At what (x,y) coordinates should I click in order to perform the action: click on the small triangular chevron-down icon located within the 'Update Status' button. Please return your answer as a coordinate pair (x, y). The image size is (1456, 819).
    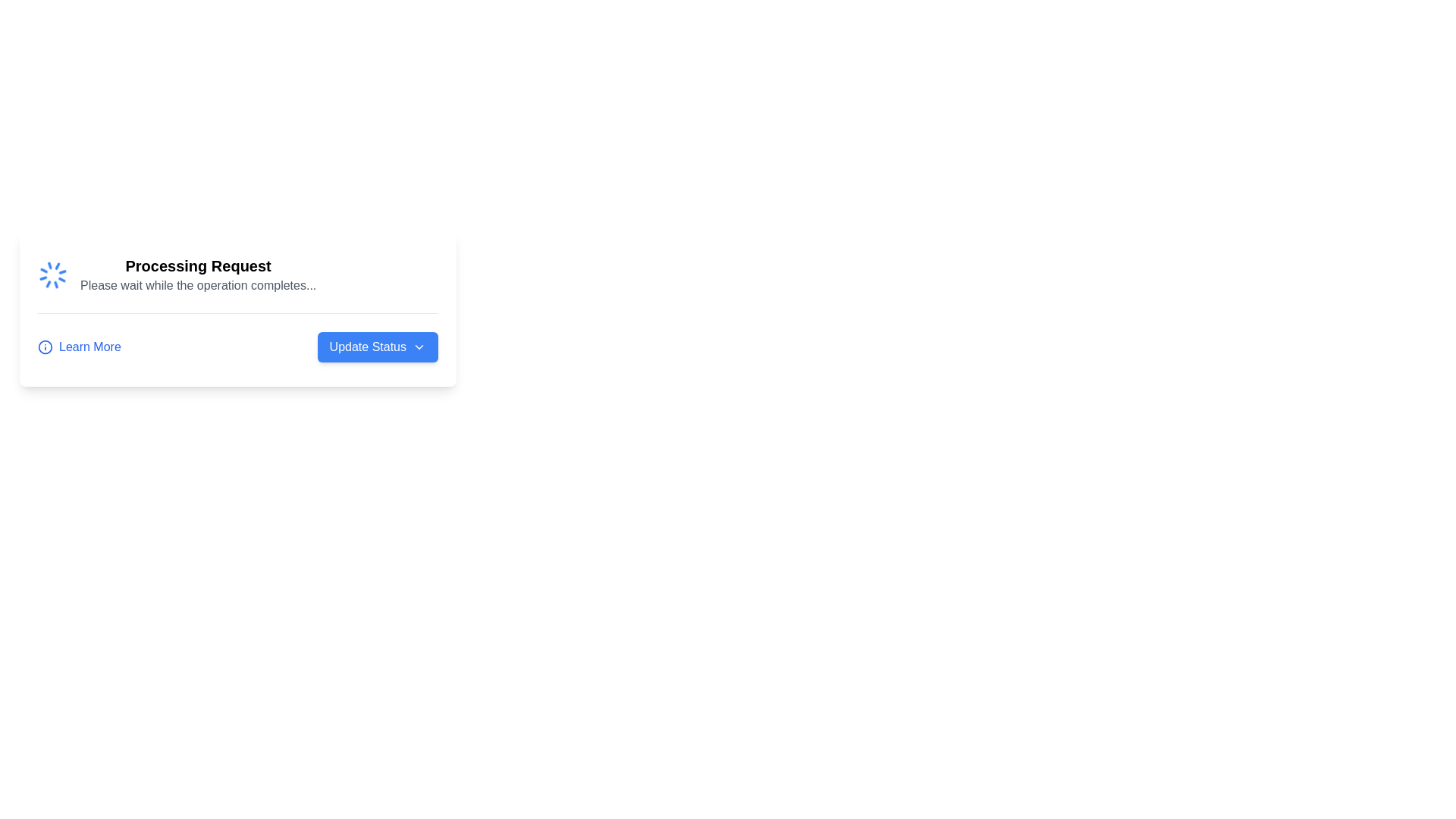
    Looking at the image, I should click on (419, 347).